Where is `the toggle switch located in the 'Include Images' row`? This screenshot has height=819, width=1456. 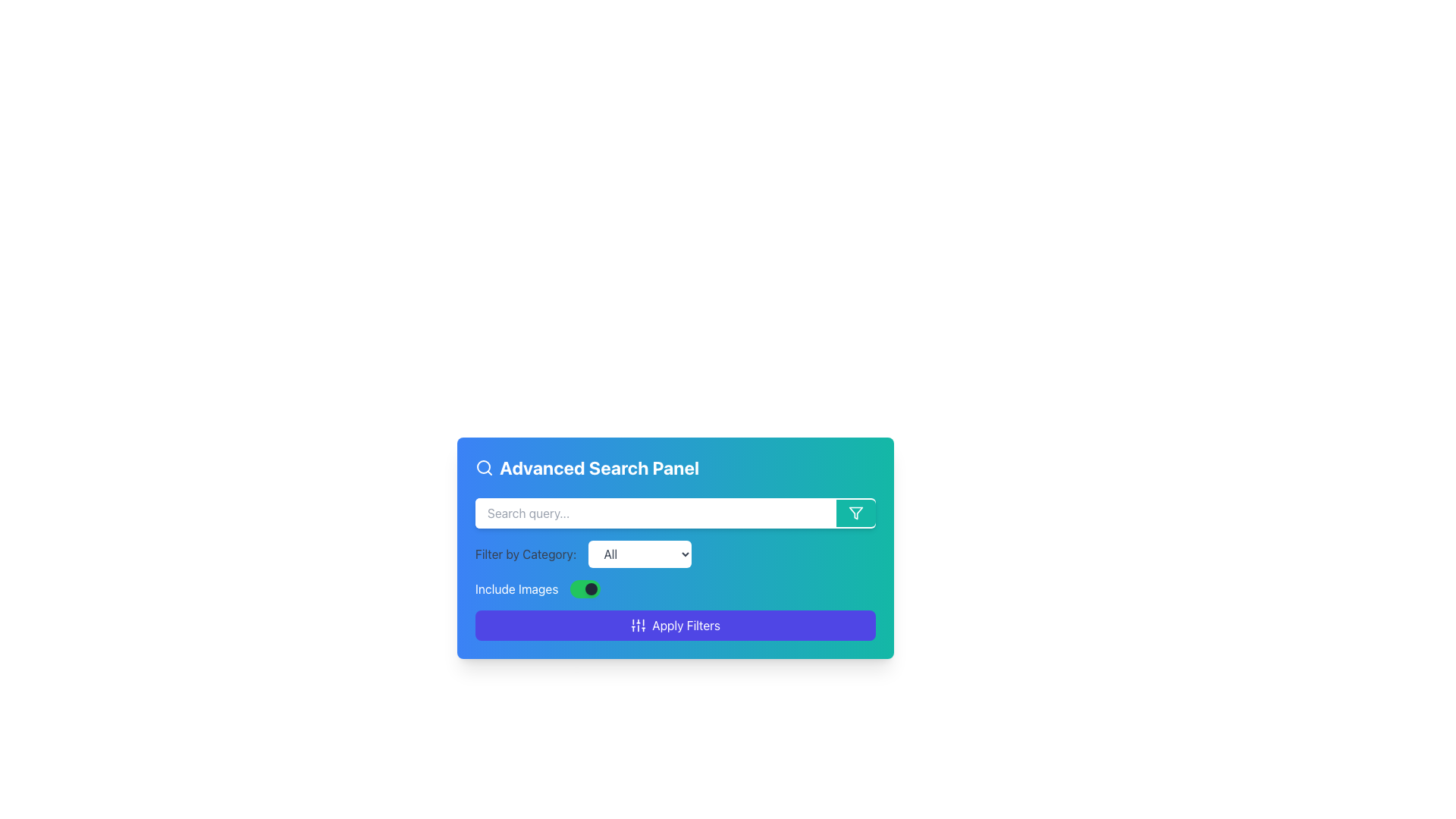 the toggle switch located in the 'Include Images' row is located at coordinates (585, 588).